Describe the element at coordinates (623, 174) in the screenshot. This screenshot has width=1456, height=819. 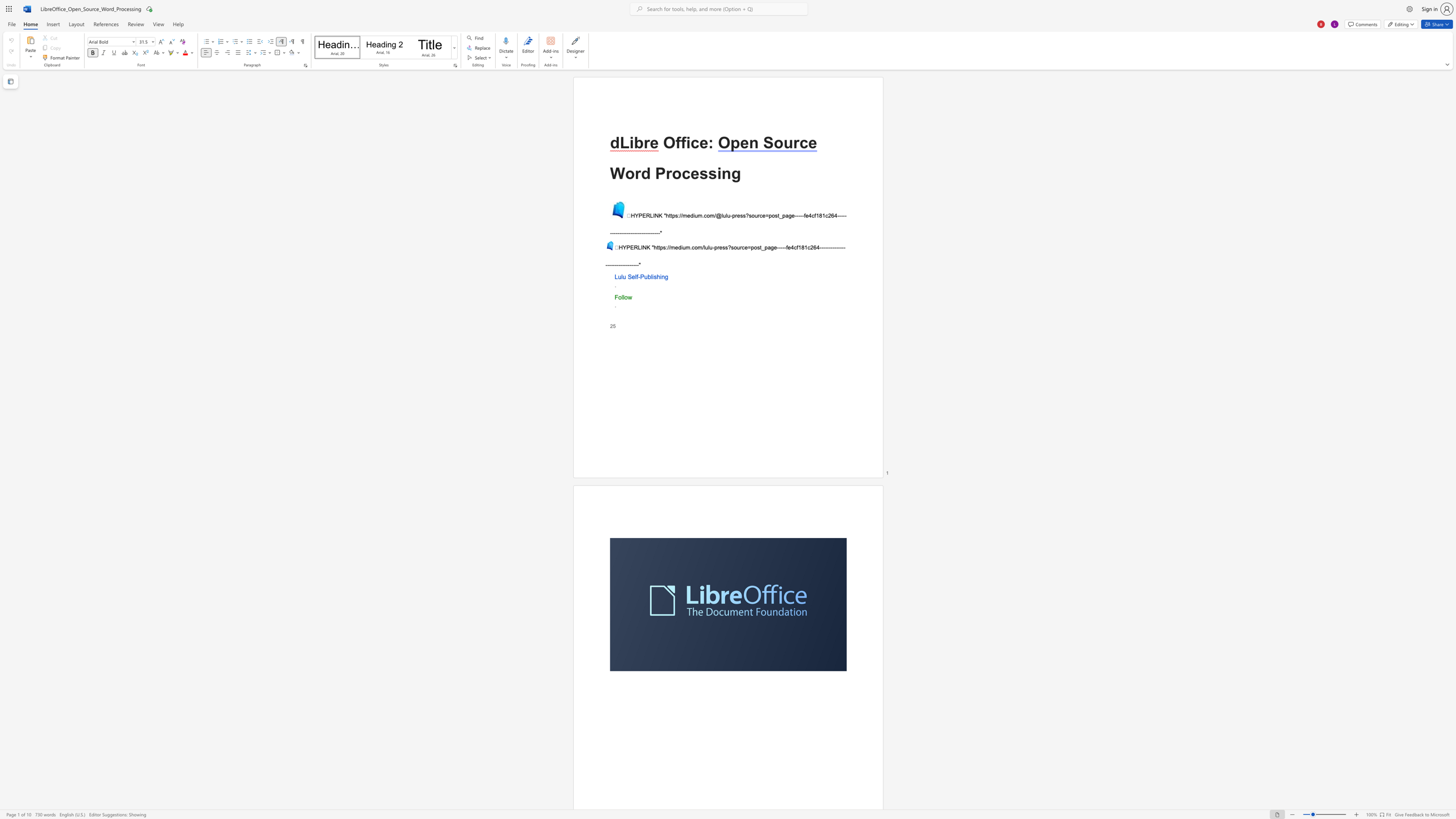
I see `the space between the continuous character "W" and "o" in the text` at that location.